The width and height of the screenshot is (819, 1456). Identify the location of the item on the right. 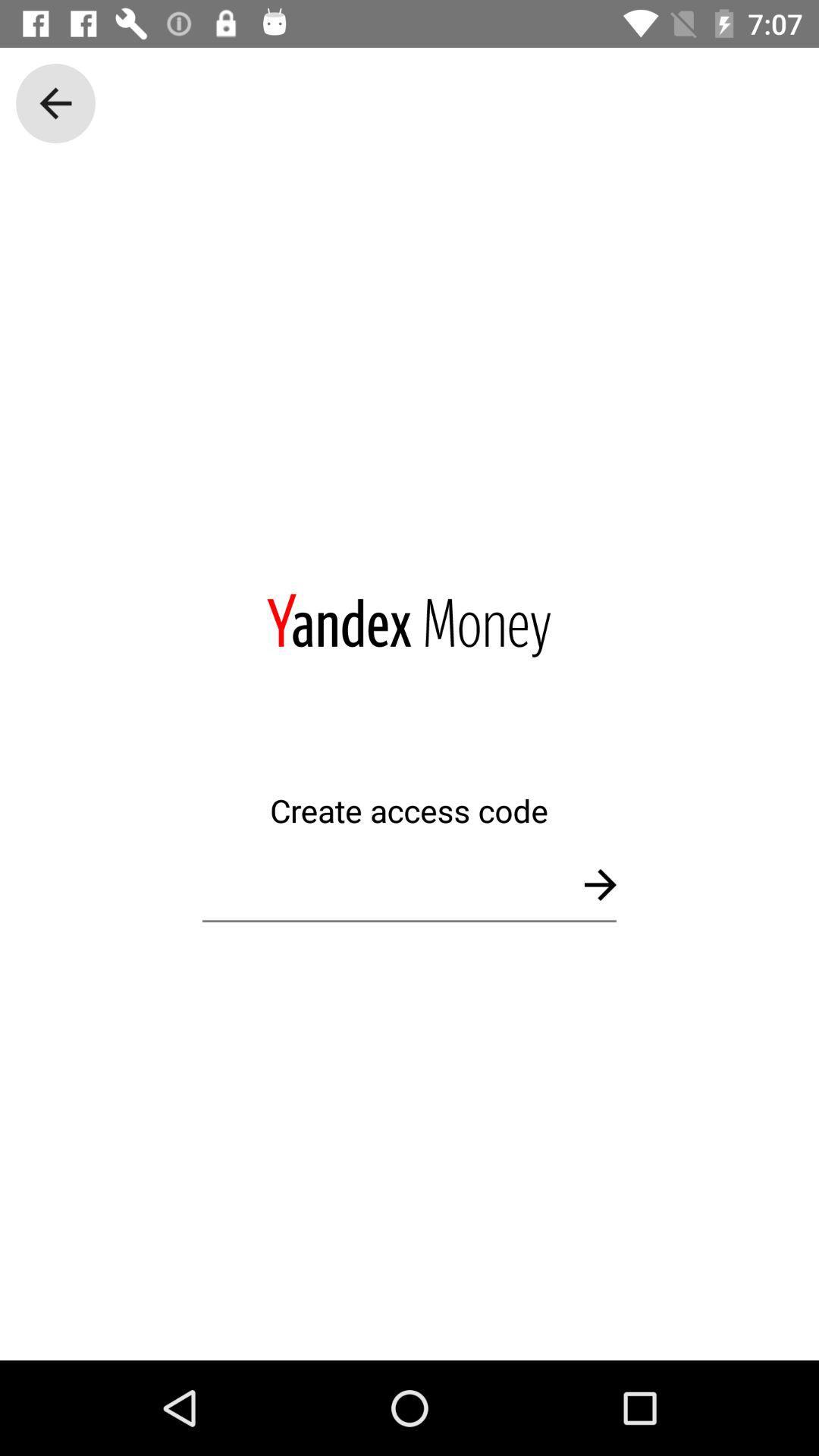
(599, 884).